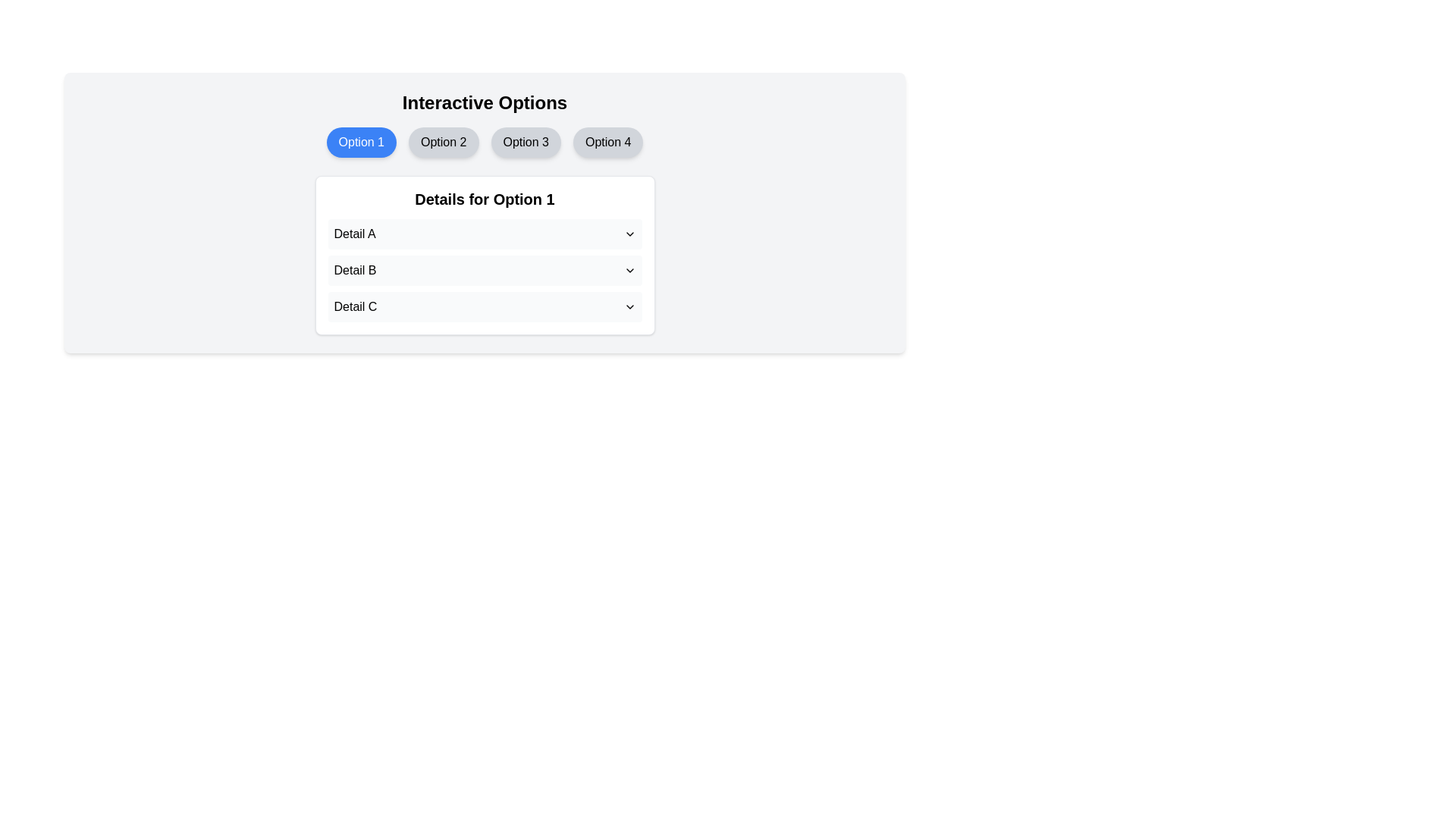 Image resolution: width=1456 pixels, height=819 pixels. I want to click on the text label that serves as the title for the group of interactive options located at the top of the section, so click(484, 102).